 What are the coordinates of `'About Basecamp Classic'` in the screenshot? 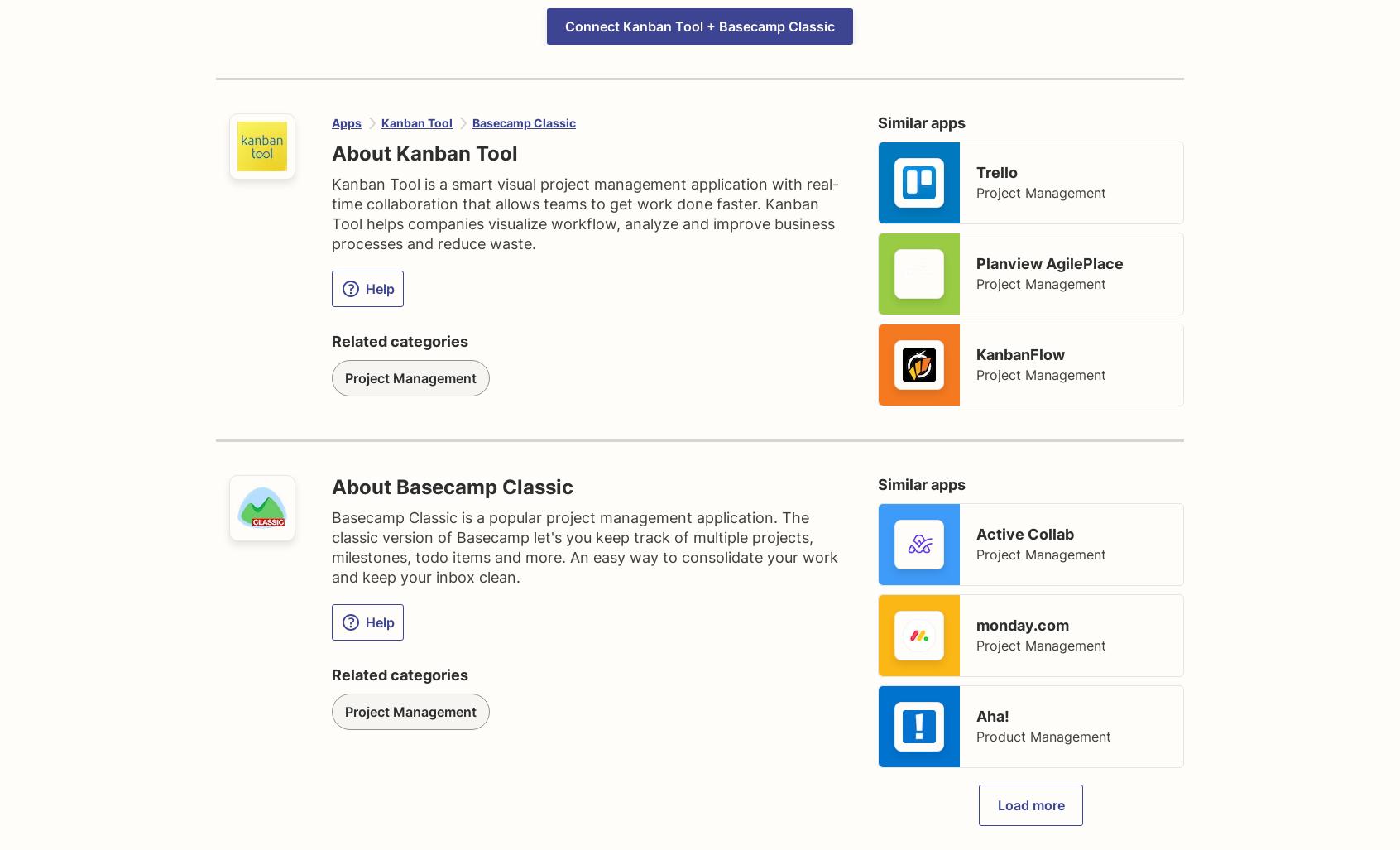 It's located at (332, 487).